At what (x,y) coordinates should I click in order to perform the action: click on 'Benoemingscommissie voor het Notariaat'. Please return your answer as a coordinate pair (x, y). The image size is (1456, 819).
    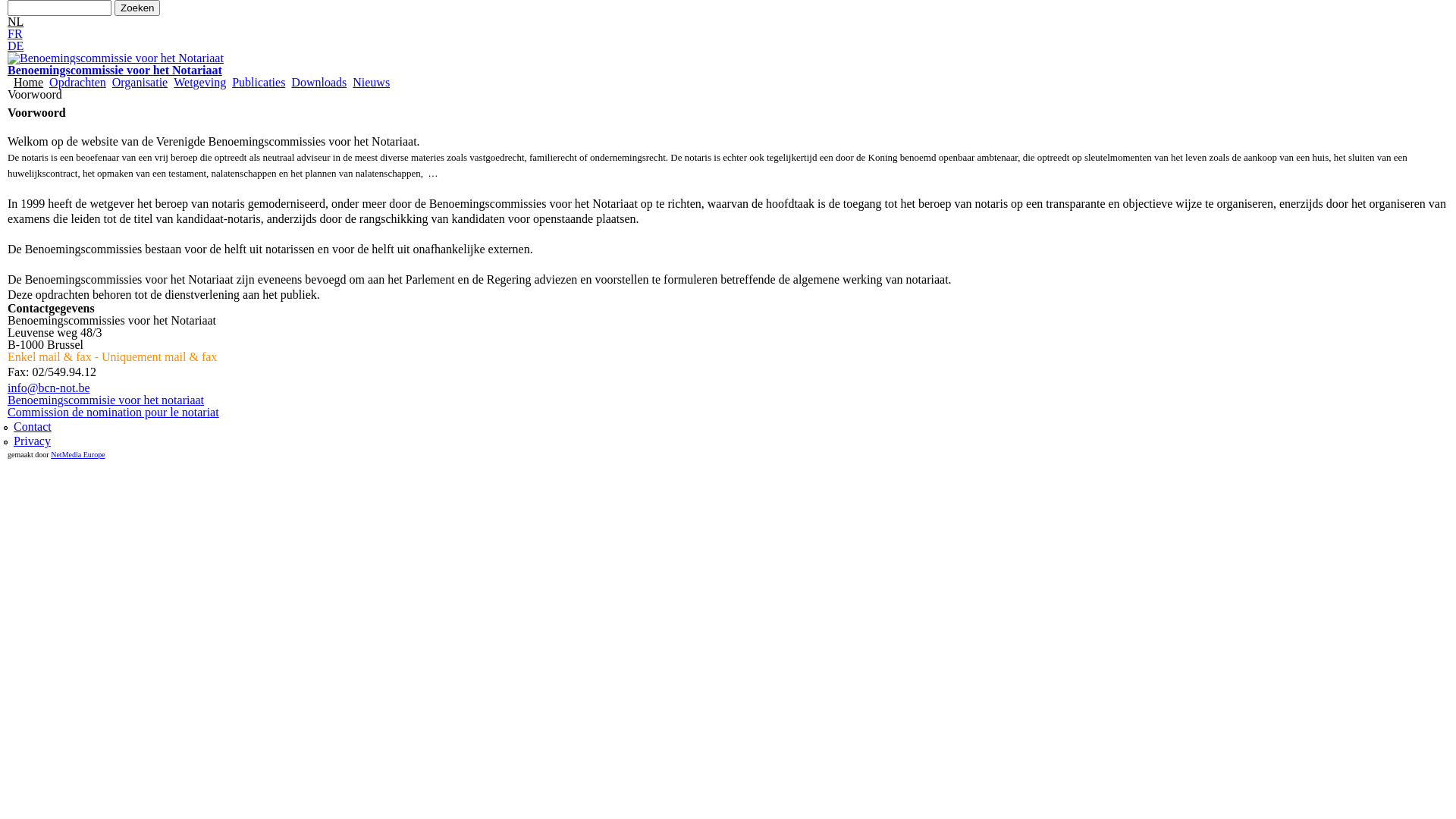
    Looking at the image, I should click on (114, 70).